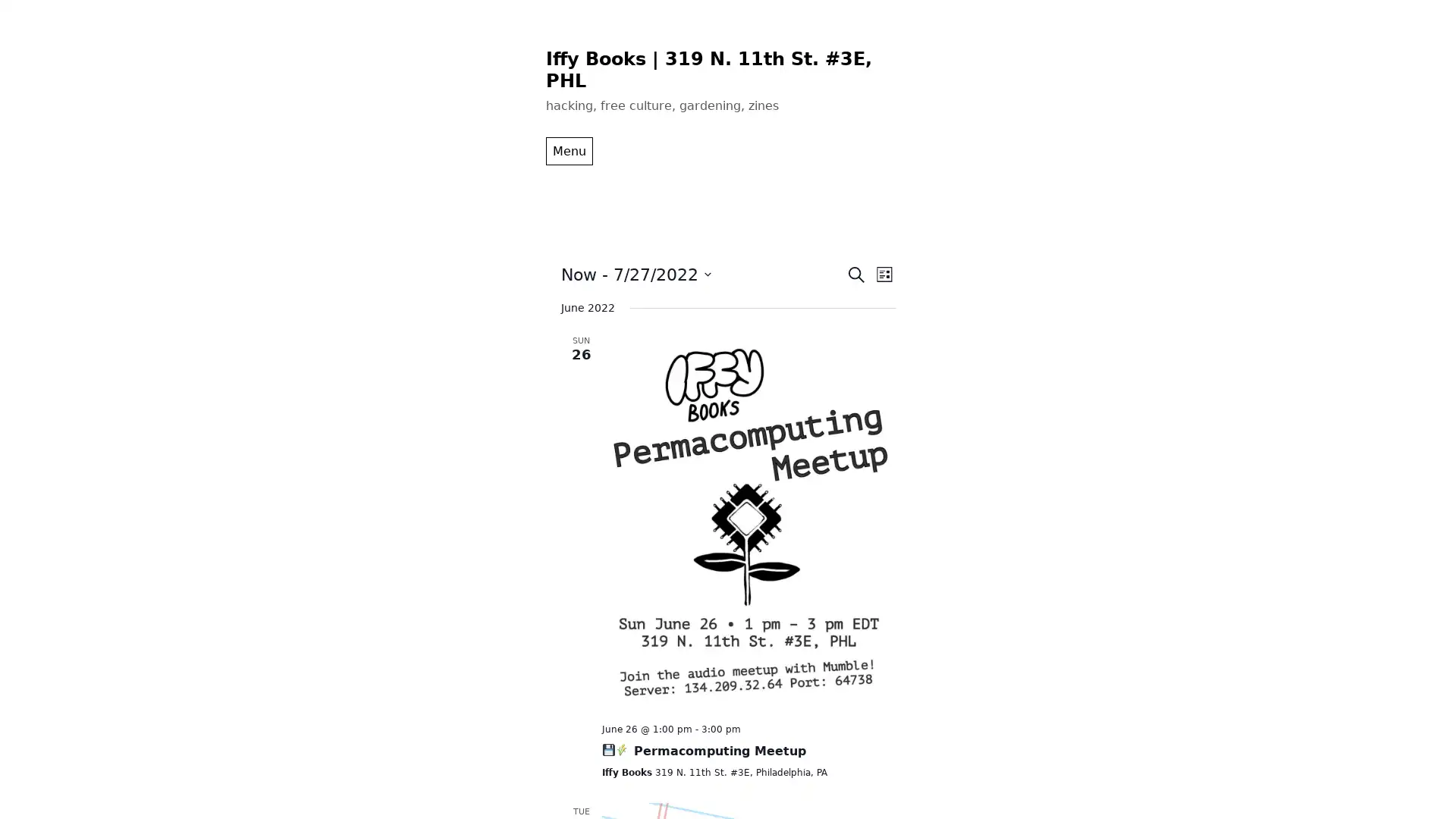  What do you see at coordinates (635, 274) in the screenshot?
I see `Click to toggle datepicker` at bounding box center [635, 274].